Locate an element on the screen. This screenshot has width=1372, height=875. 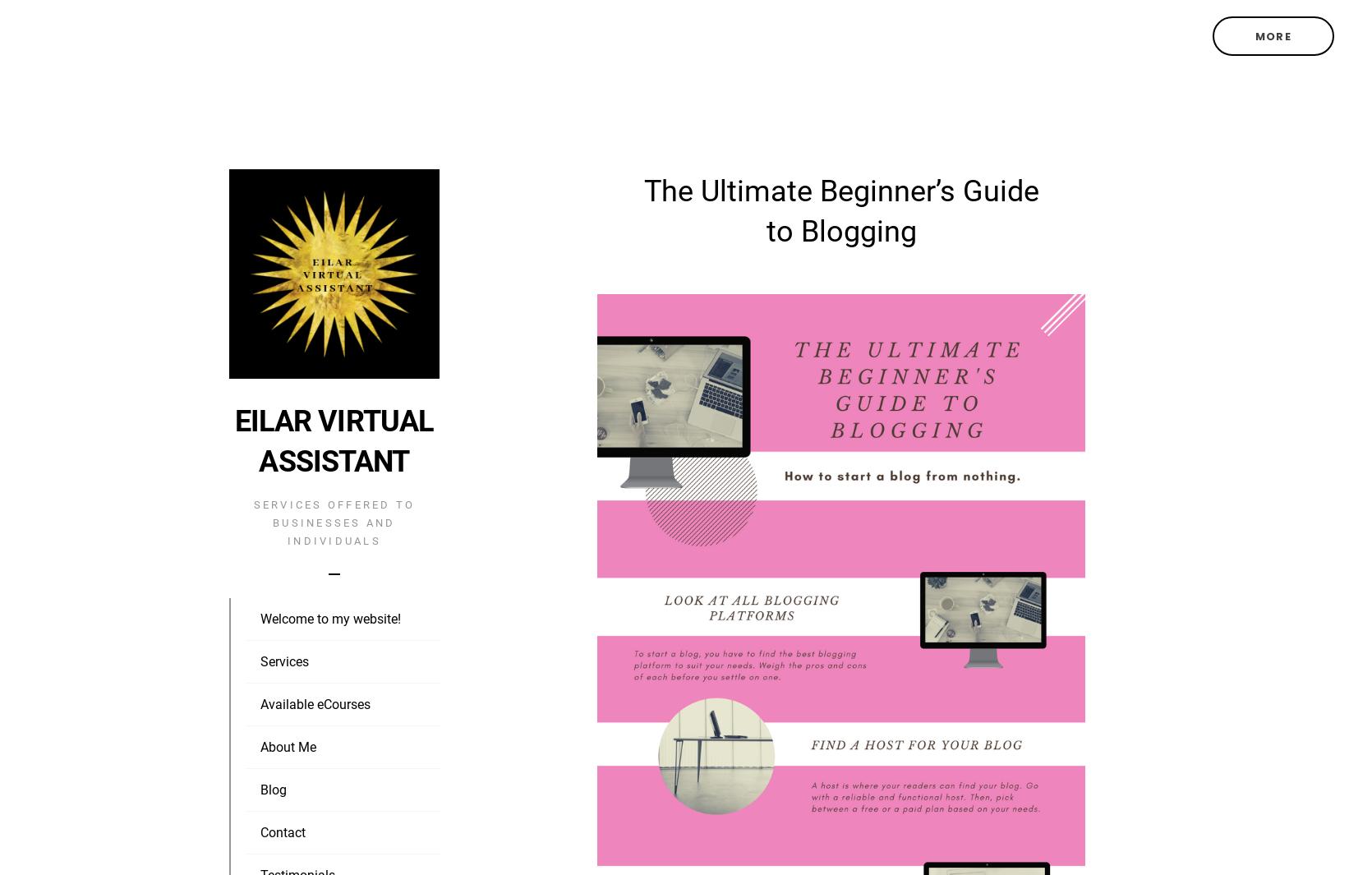
'Welcome to my website!' is located at coordinates (259, 619).